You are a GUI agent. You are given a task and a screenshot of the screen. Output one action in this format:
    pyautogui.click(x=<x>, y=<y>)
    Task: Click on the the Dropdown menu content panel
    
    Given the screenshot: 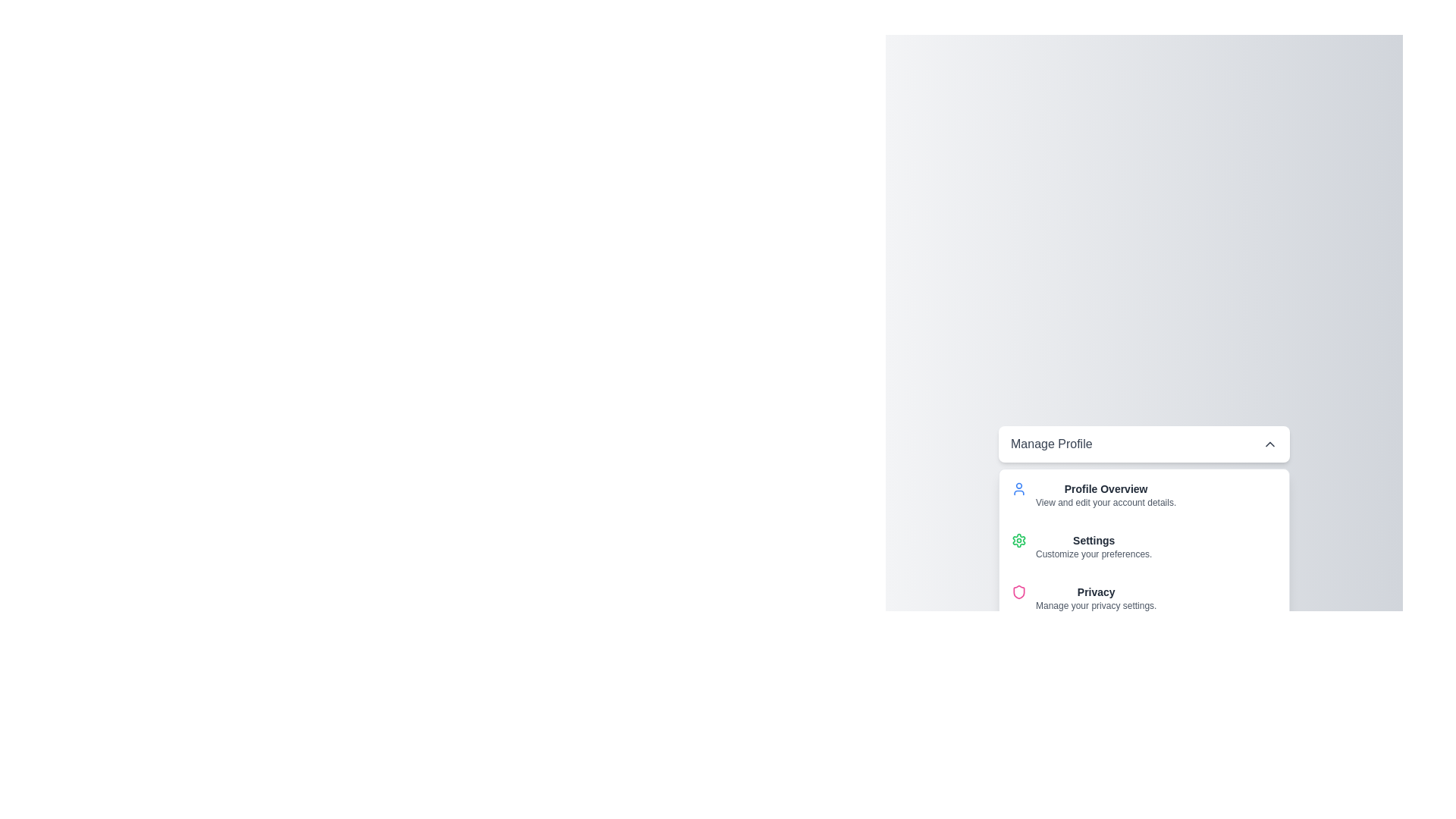 What is the action you would take?
    pyautogui.click(x=1144, y=547)
    